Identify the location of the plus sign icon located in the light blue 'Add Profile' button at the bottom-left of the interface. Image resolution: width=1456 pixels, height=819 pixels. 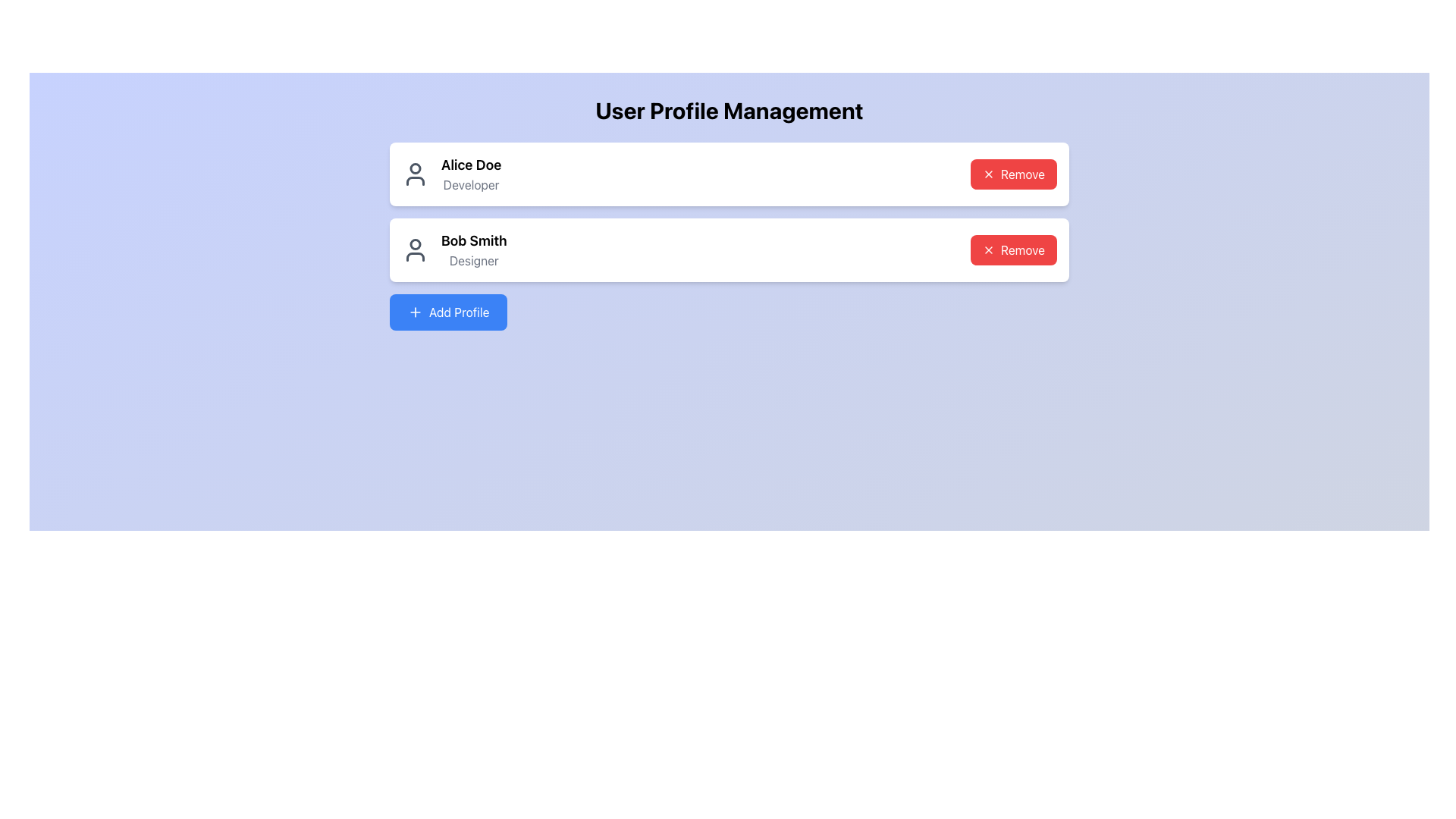
(415, 312).